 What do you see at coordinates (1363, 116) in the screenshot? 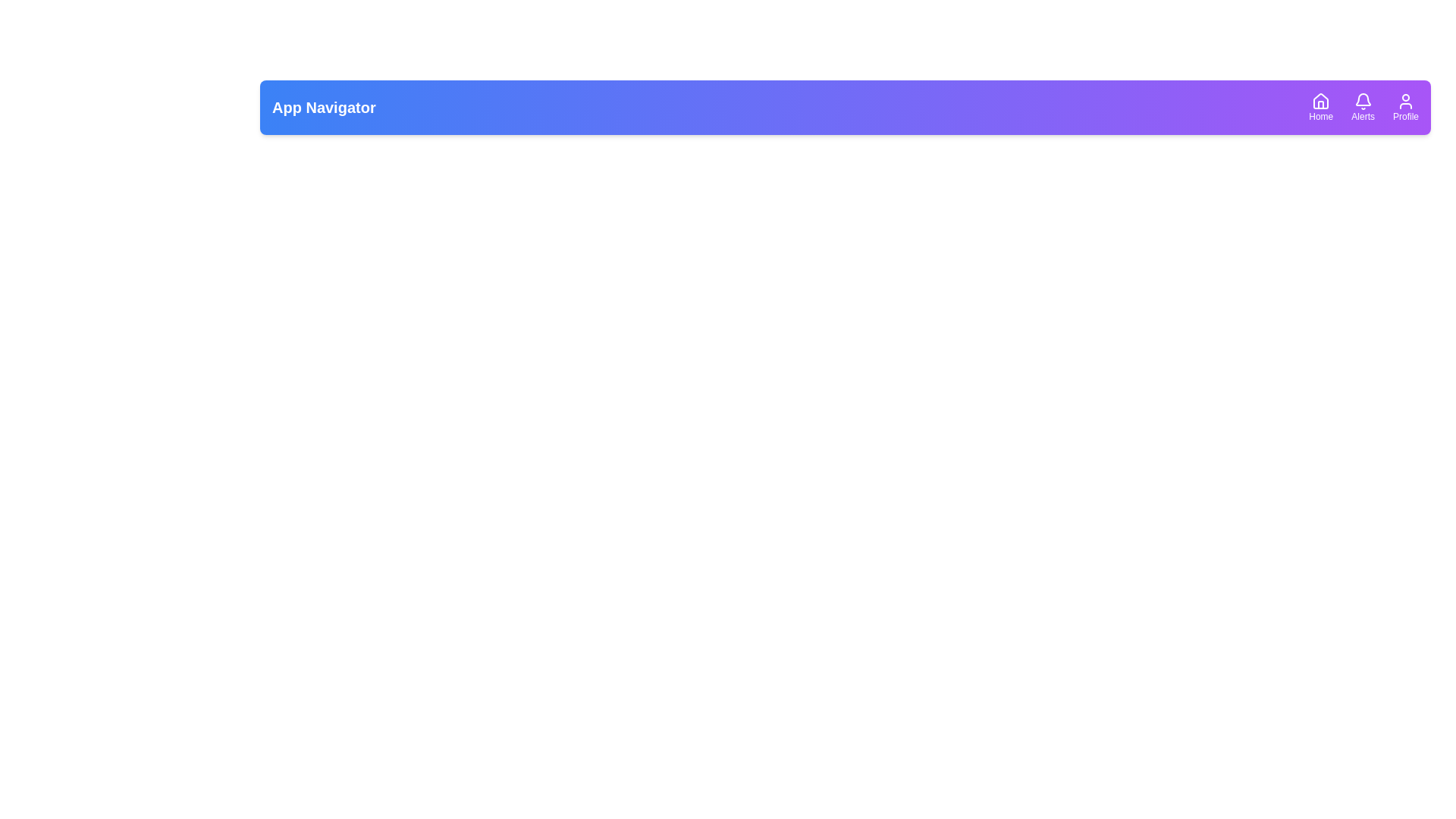
I see `text of the 'Alerts' label, which is styled with a small font size and is white against a gradient purple background, located in the navigation bar between the 'Home' and 'Profile' label groups` at bounding box center [1363, 116].